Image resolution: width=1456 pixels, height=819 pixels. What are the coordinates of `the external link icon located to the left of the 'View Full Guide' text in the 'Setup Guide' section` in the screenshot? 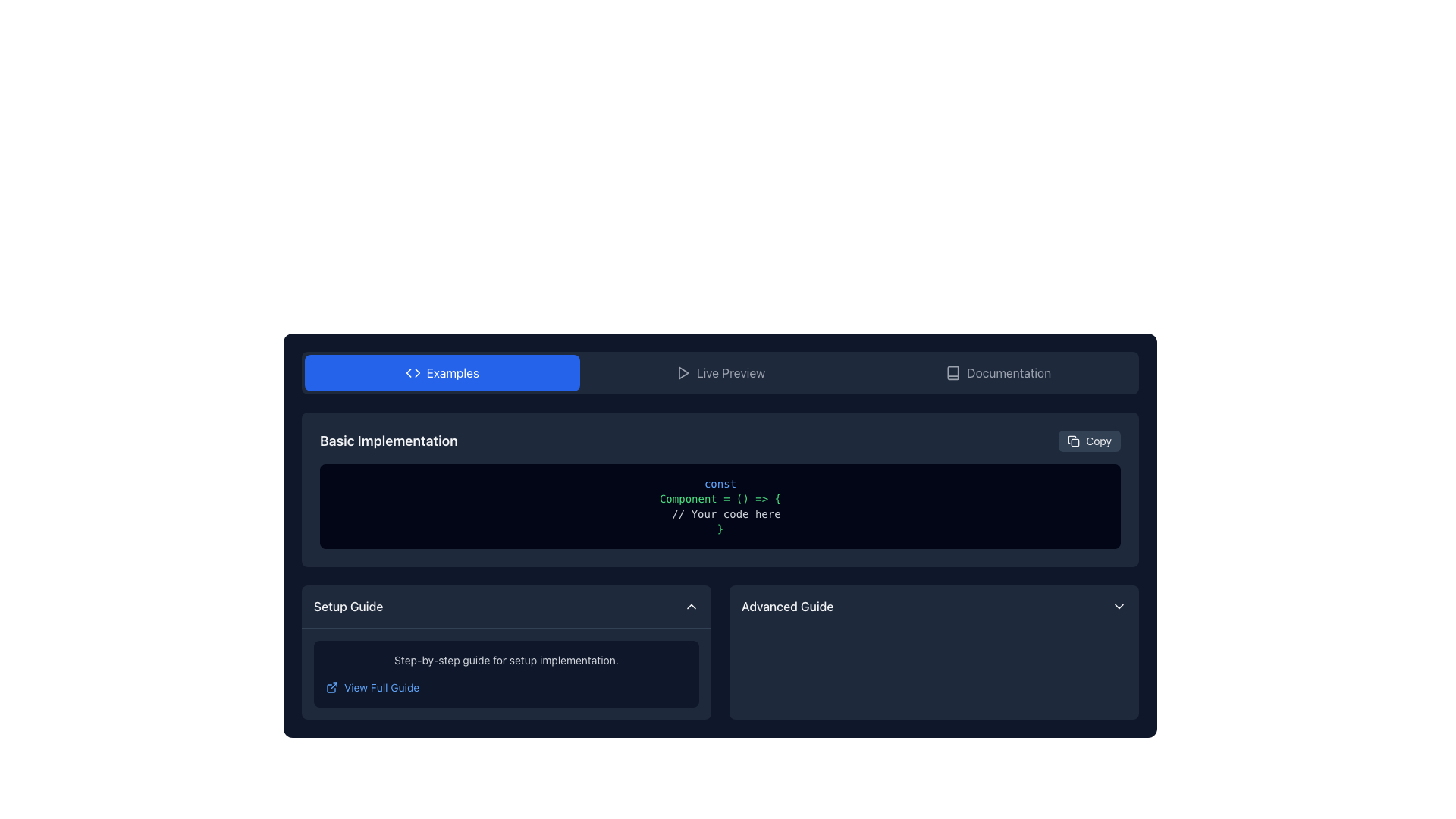 It's located at (331, 687).